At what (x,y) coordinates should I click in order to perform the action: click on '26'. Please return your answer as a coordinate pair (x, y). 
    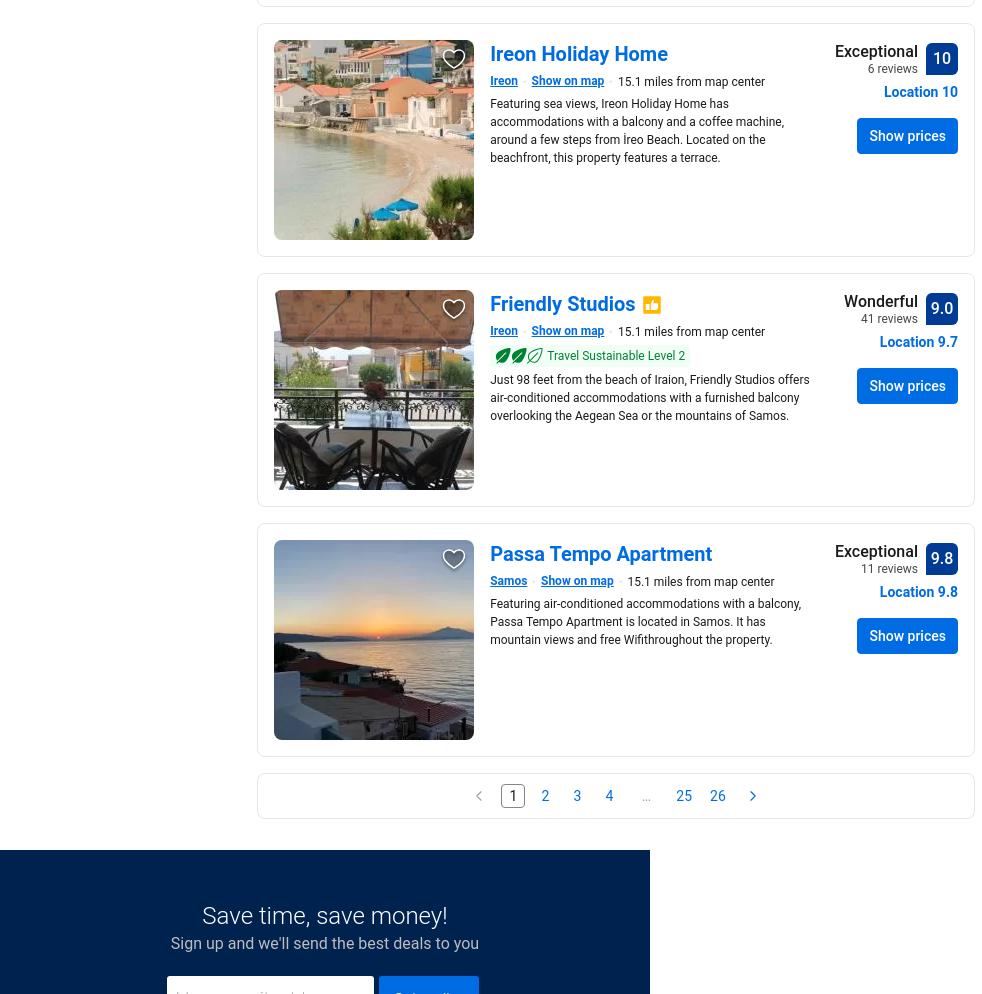
    Looking at the image, I should click on (716, 795).